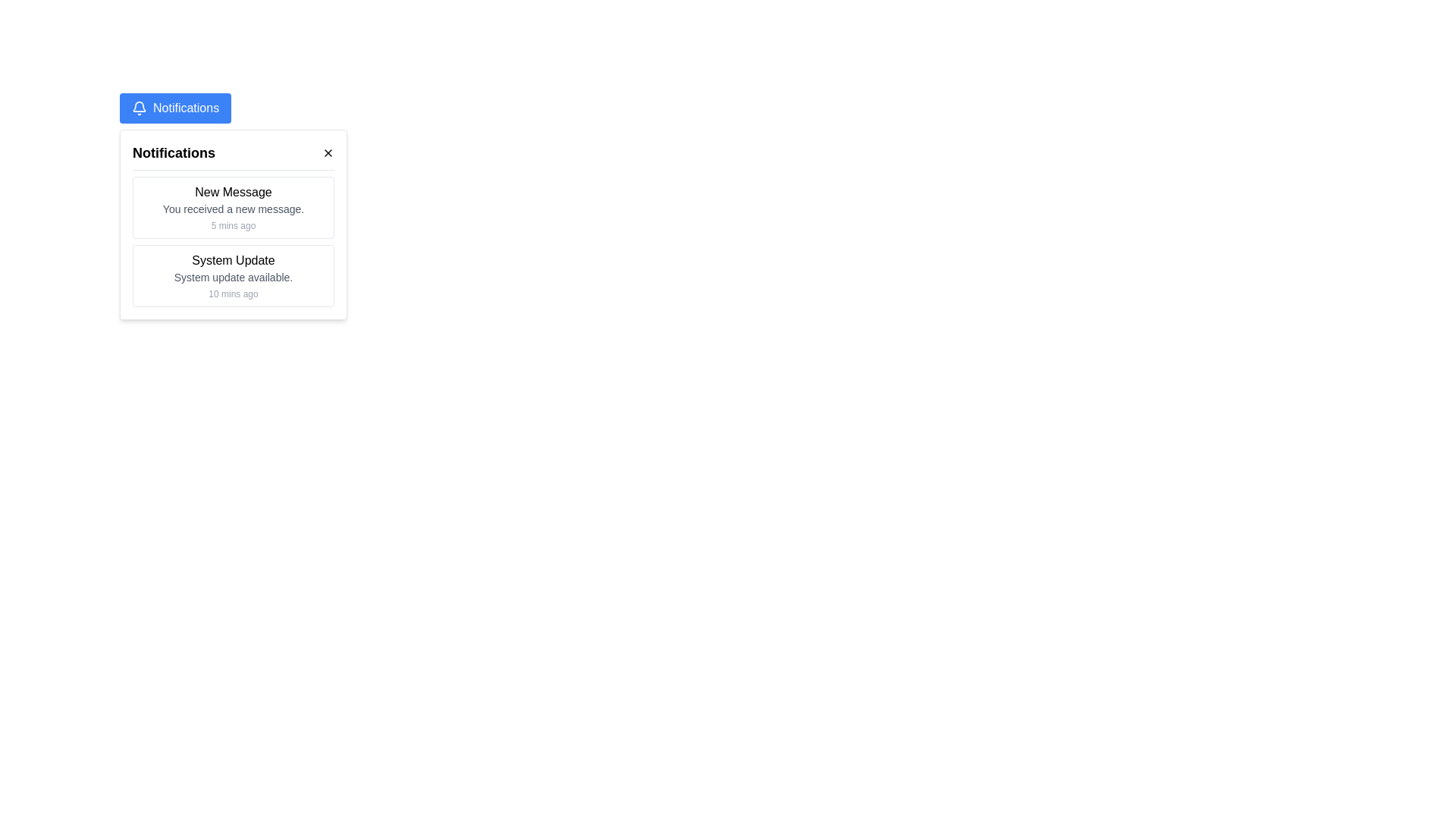 This screenshot has width=1456, height=819. I want to click on the 'Notifications' text label on the blue button, so click(185, 107).